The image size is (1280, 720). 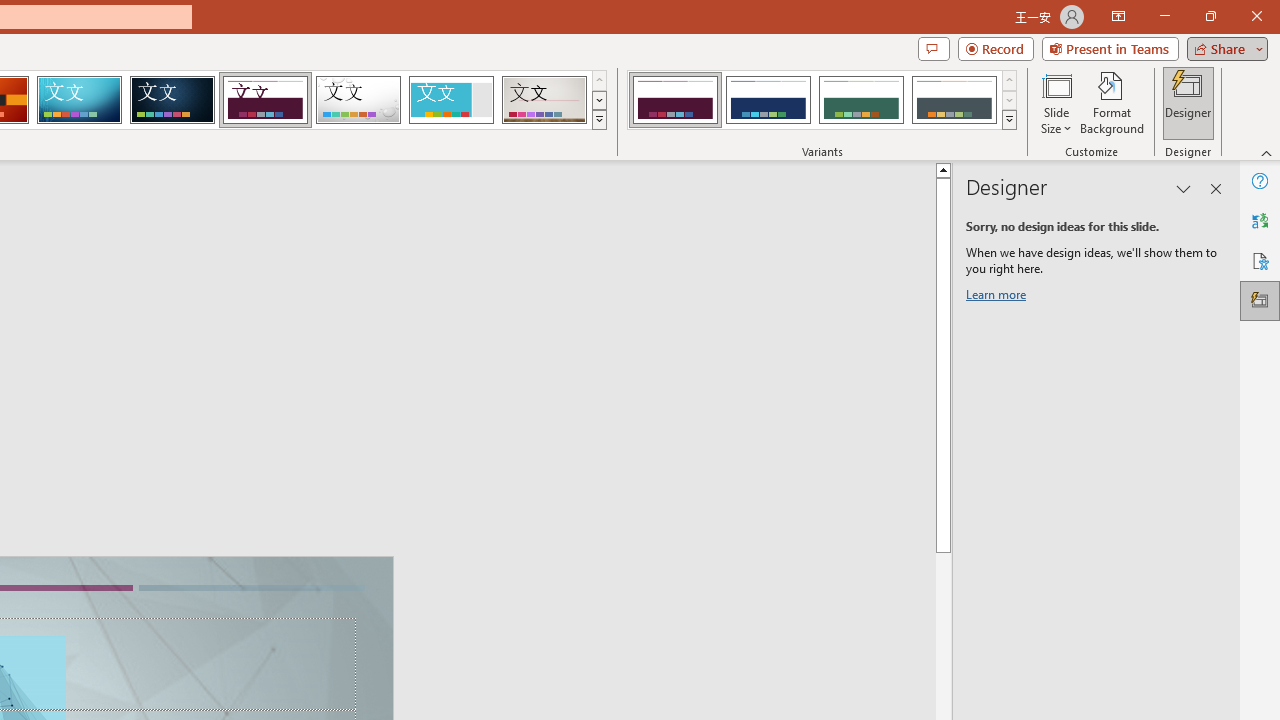 What do you see at coordinates (675, 100) in the screenshot?
I see `'Dividend Variant 1'` at bounding box center [675, 100].